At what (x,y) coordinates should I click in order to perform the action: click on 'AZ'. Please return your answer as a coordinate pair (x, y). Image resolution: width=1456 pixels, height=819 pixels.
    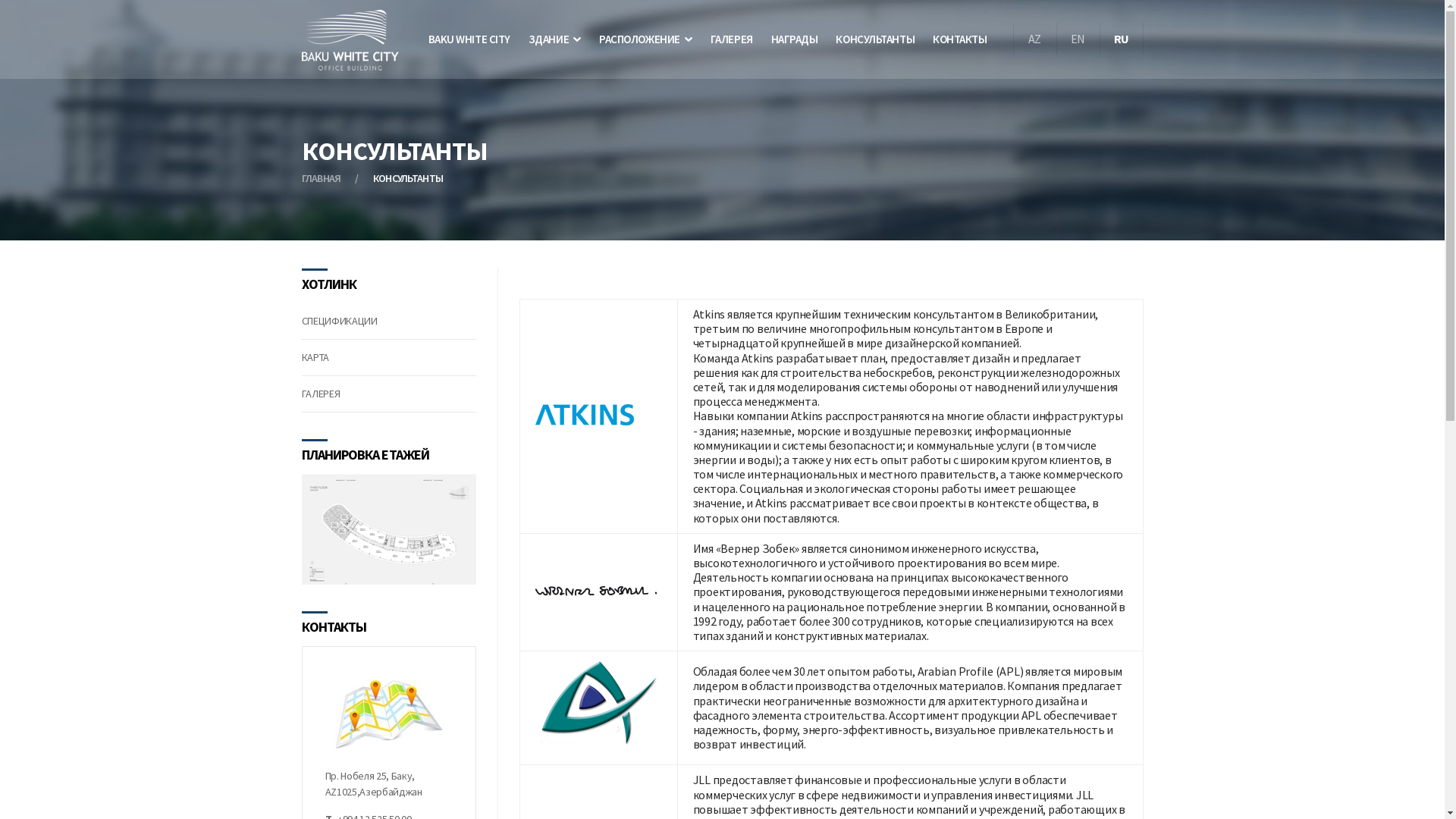
    Looking at the image, I should click on (1012, 37).